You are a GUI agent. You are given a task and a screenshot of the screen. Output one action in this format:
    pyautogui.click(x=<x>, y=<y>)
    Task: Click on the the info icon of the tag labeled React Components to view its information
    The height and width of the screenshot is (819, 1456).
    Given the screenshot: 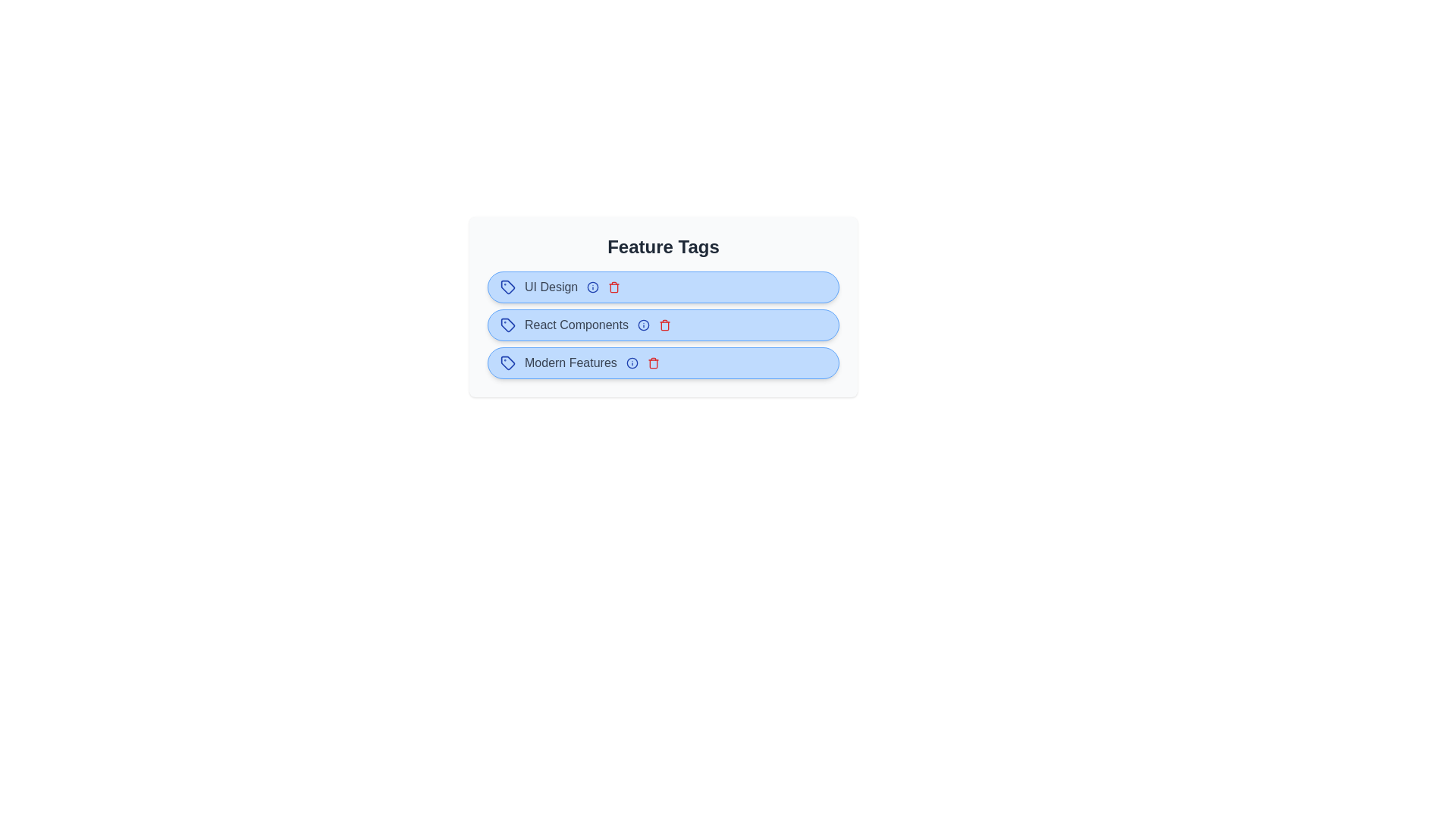 What is the action you would take?
    pyautogui.click(x=644, y=324)
    